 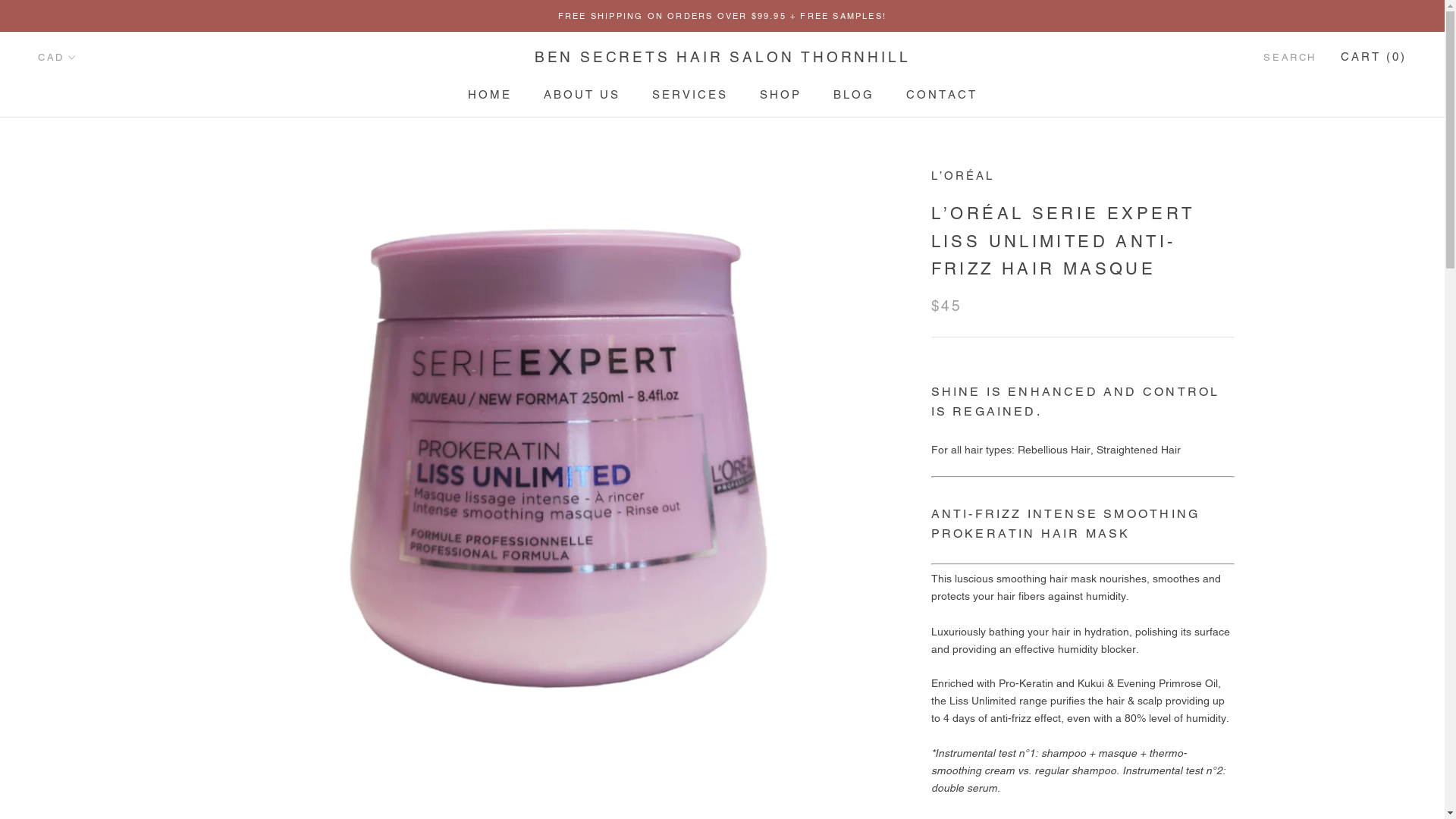 I want to click on 'HOME, so click(x=488, y=94).